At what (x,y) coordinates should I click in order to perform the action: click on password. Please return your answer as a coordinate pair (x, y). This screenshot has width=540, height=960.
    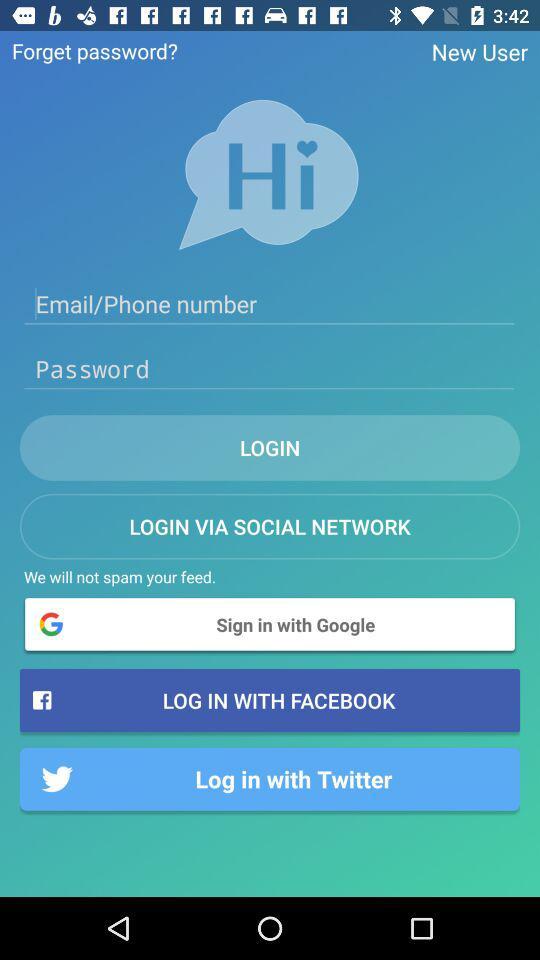
    Looking at the image, I should click on (270, 368).